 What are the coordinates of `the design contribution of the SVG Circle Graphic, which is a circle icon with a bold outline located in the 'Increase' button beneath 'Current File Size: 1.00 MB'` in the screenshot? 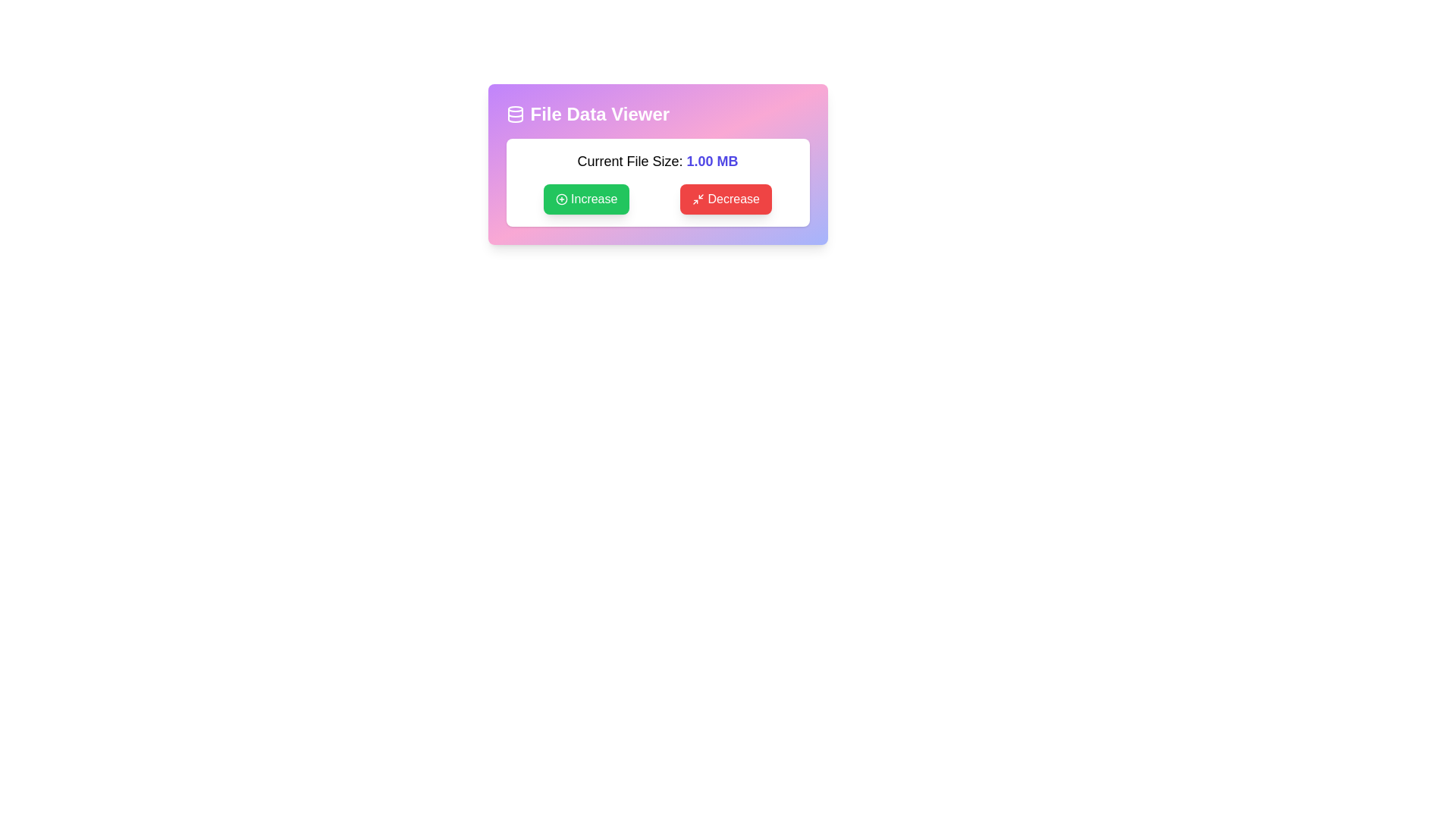 It's located at (561, 198).